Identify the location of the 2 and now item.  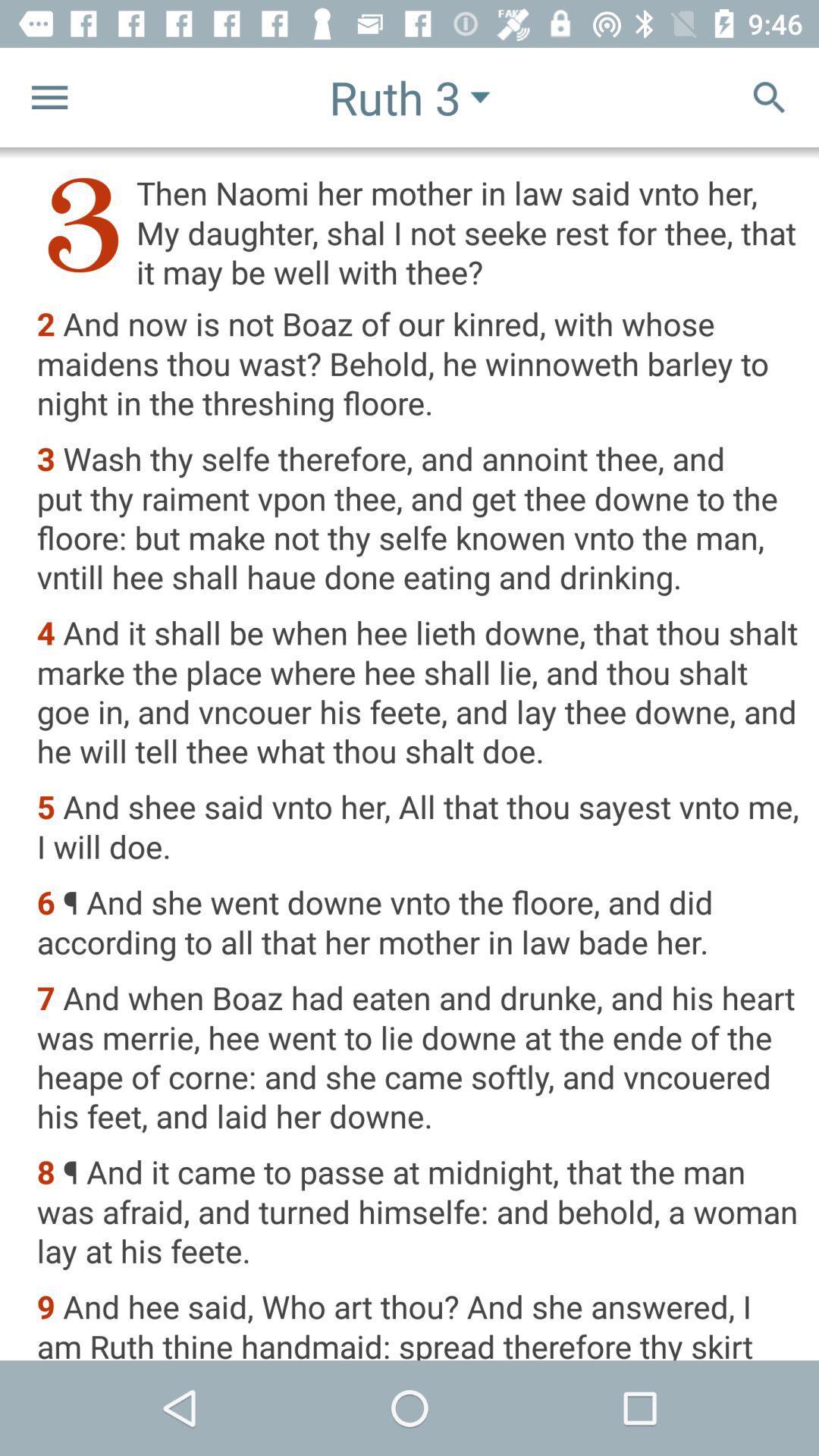
(418, 365).